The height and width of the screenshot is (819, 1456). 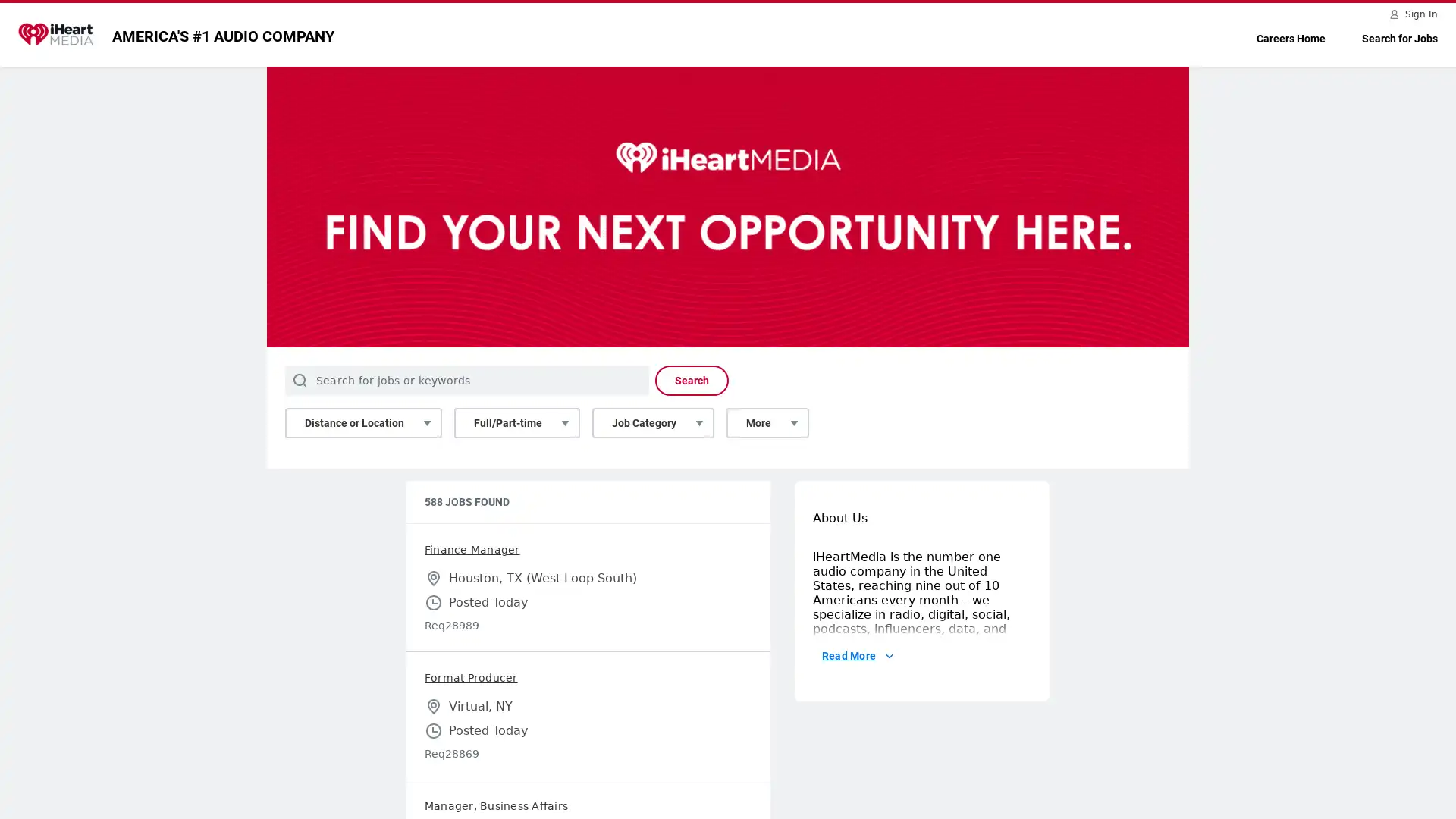 I want to click on More, so click(x=767, y=423).